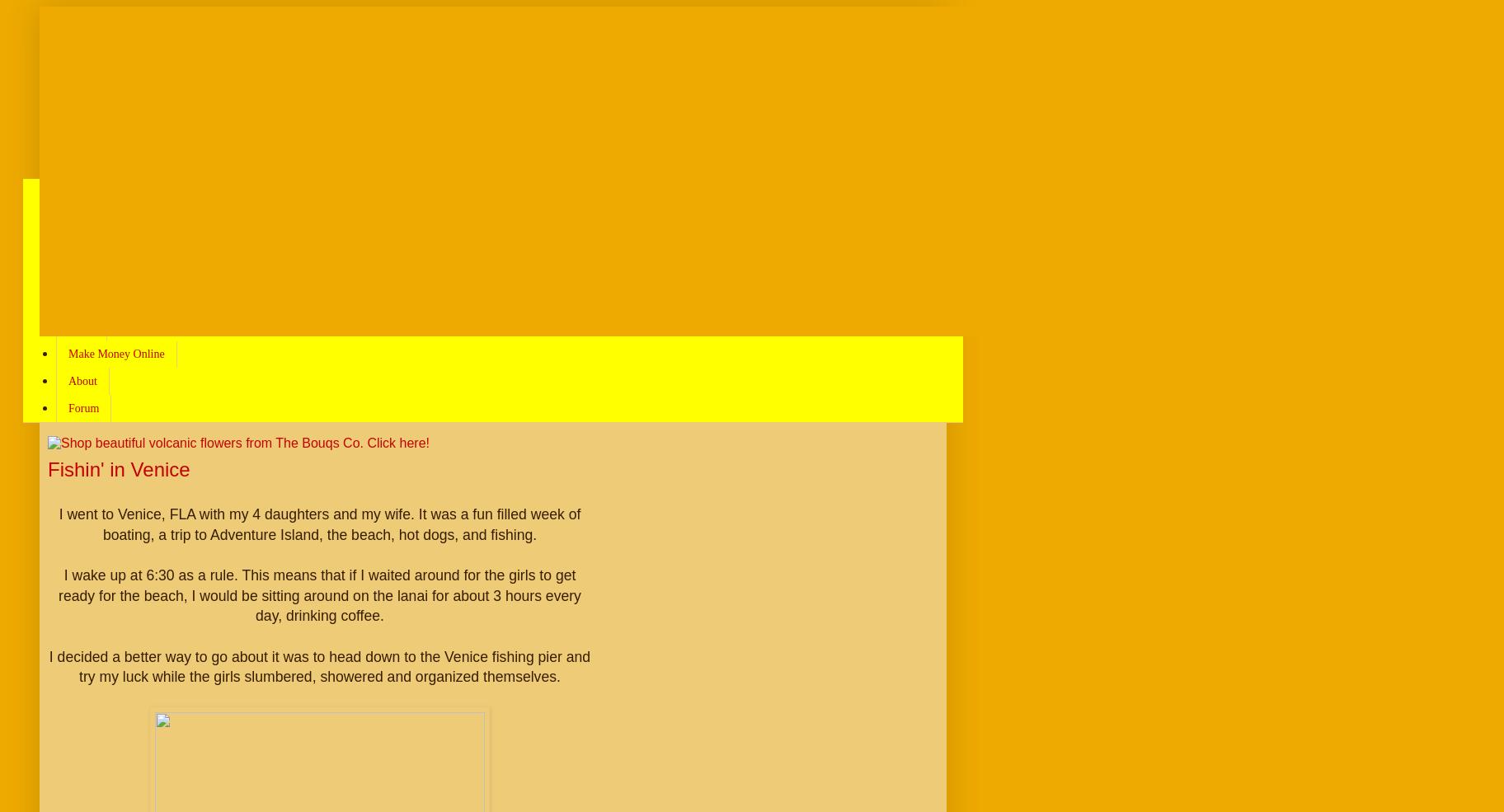 The image size is (1504, 812). I want to click on 'Used Hot Dog Equipment', so click(127, 299).